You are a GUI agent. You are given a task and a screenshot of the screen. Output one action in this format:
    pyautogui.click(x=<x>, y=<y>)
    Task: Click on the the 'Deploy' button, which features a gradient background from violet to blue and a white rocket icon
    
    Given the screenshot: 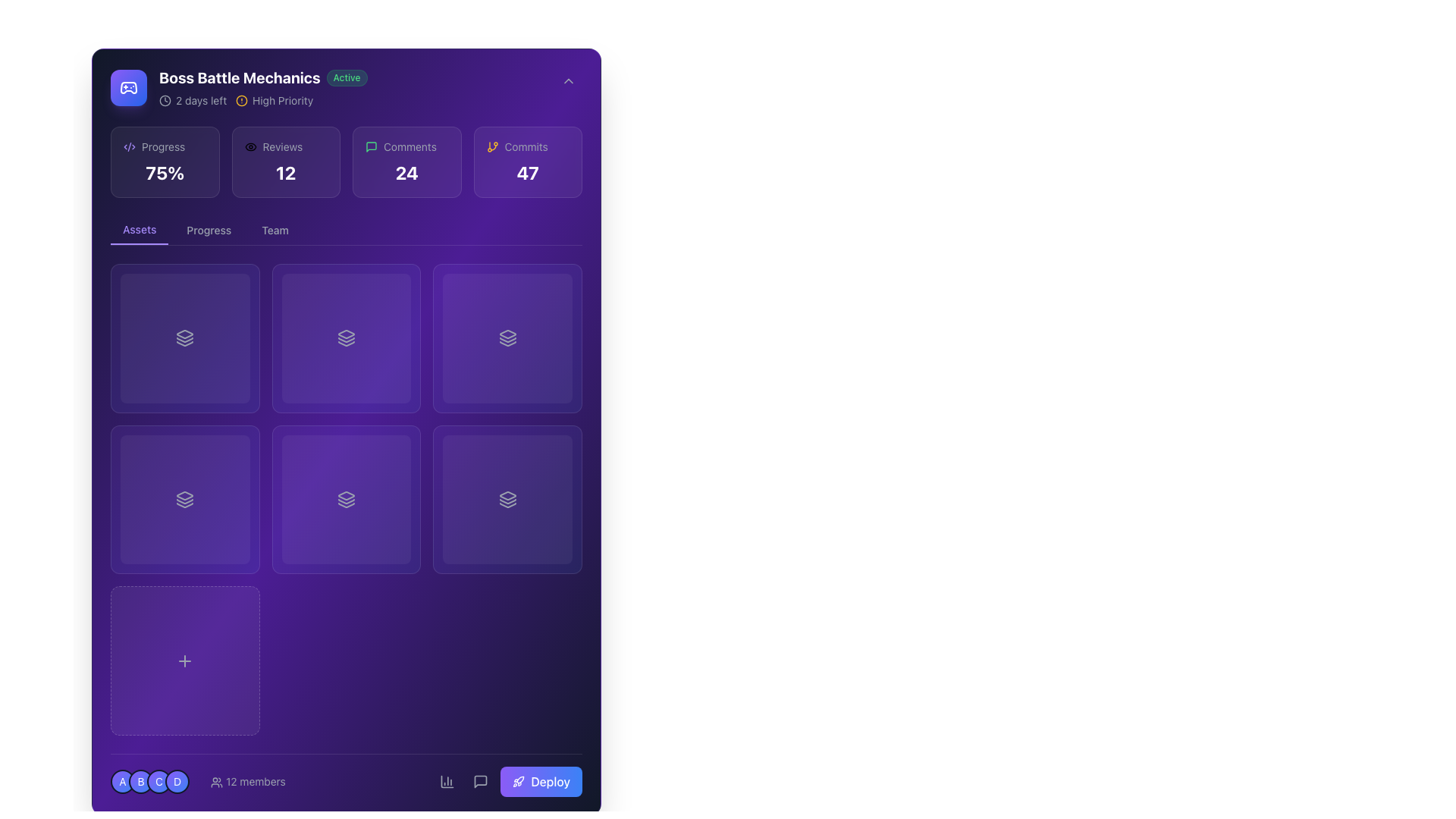 What is the action you would take?
    pyautogui.click(x=508, y=781)
    